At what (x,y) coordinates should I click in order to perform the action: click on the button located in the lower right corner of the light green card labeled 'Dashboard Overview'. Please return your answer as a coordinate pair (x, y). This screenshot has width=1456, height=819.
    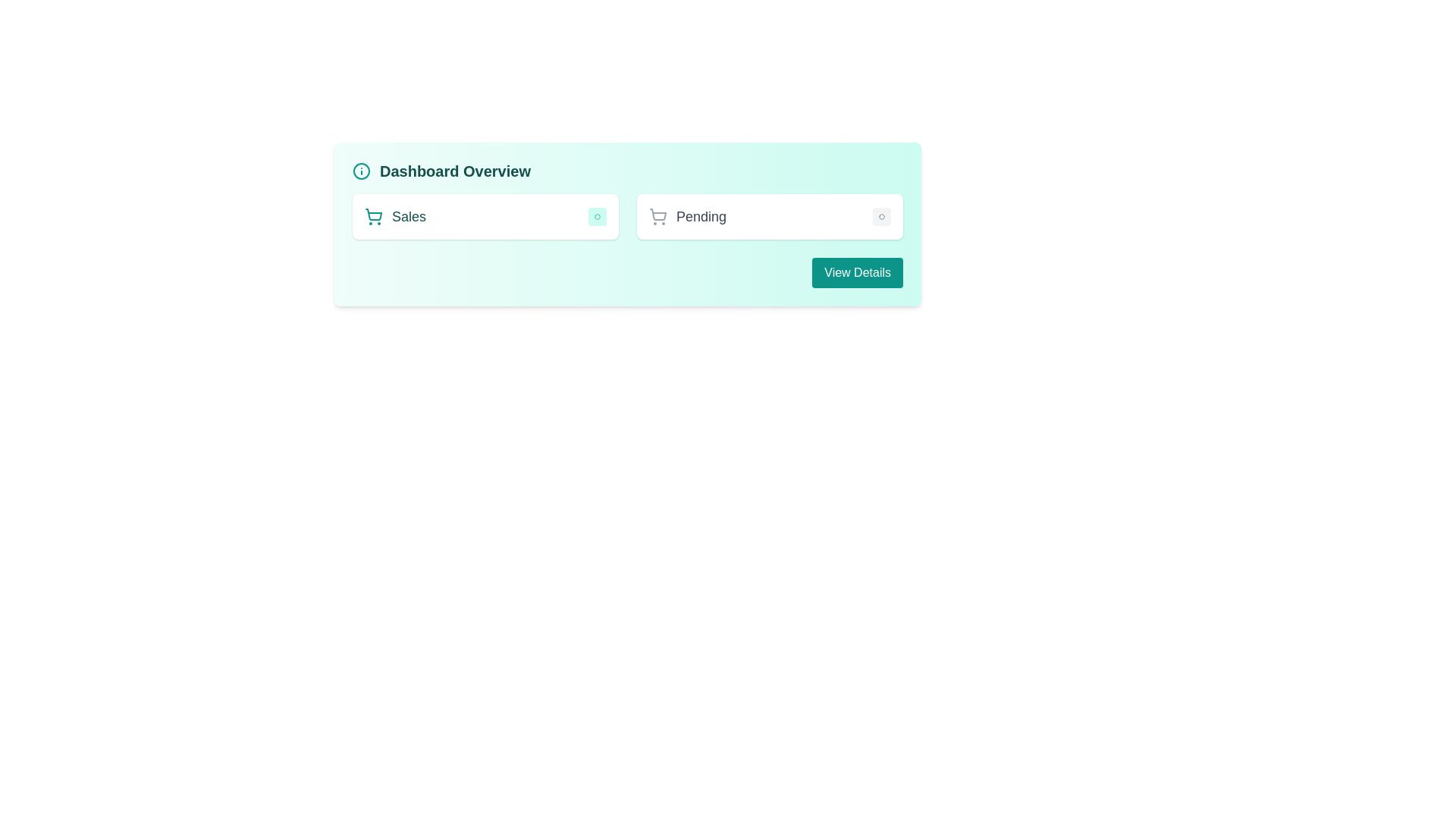
    Looking at the image, I should click on (858, 271).